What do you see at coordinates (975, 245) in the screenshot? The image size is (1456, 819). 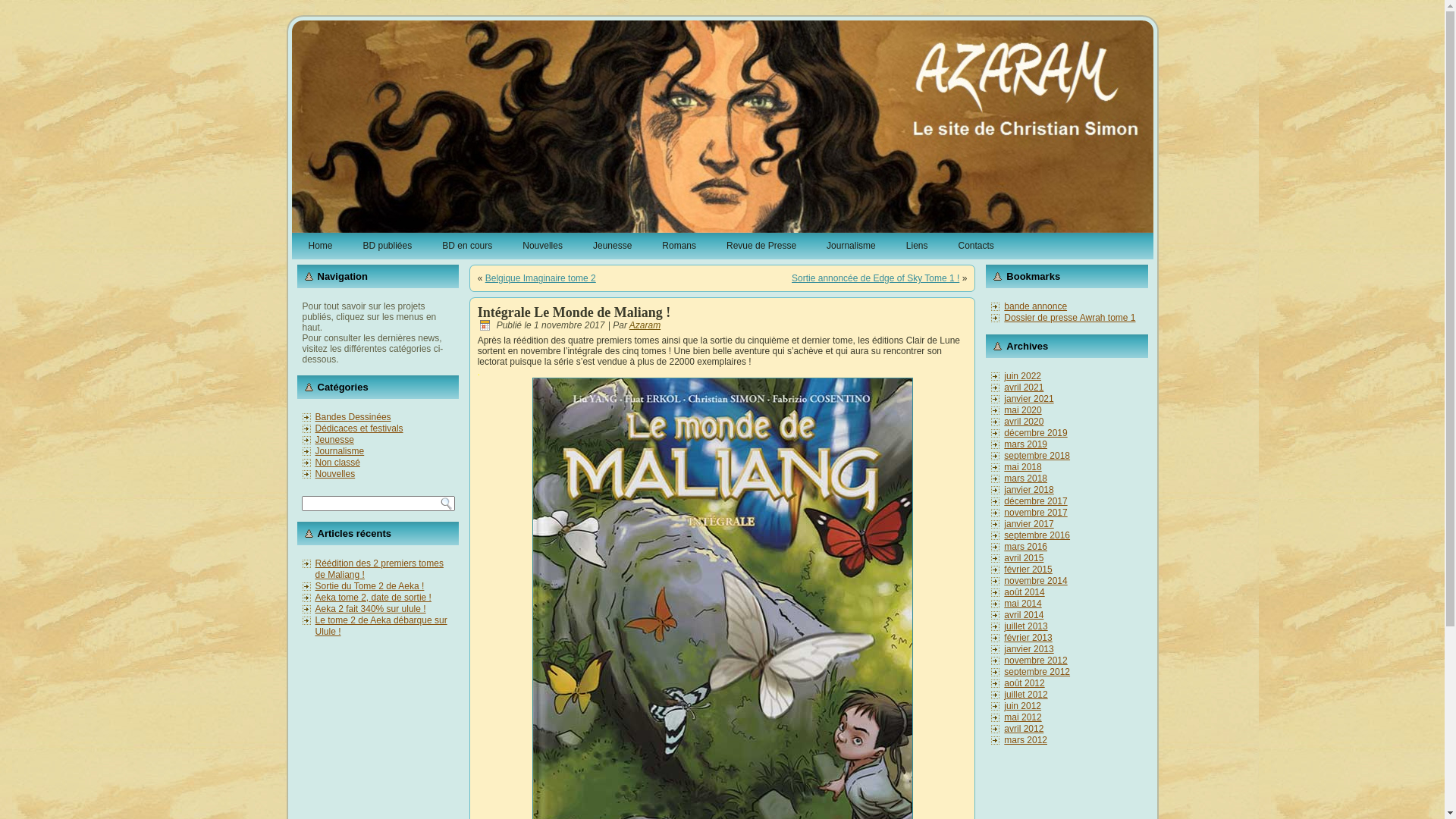 I see `'Contacts'` at bounding box center [975, 245].